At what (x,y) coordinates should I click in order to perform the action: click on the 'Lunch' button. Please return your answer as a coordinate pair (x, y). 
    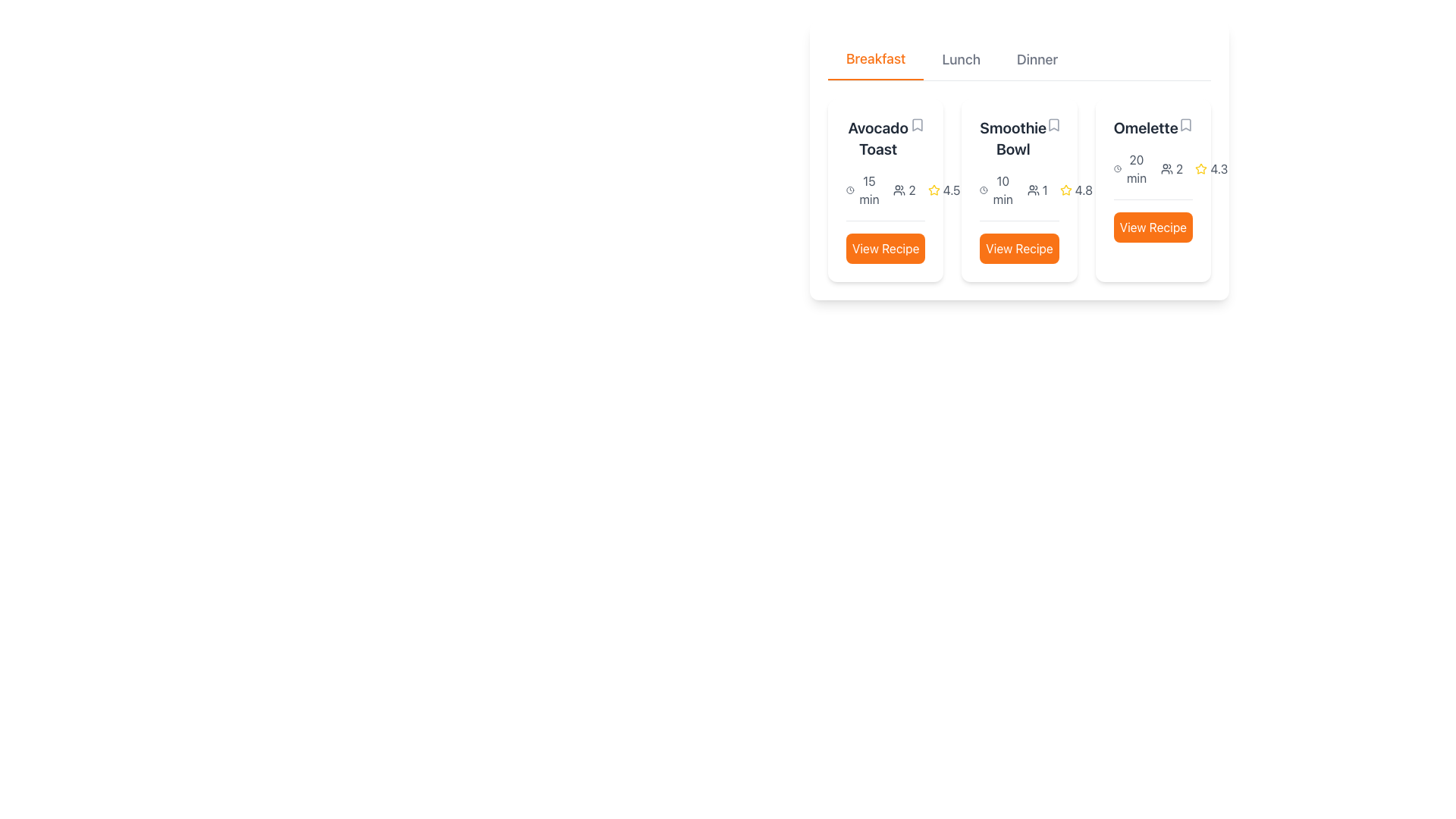
    Looking at the image, I should click on (960, 58).